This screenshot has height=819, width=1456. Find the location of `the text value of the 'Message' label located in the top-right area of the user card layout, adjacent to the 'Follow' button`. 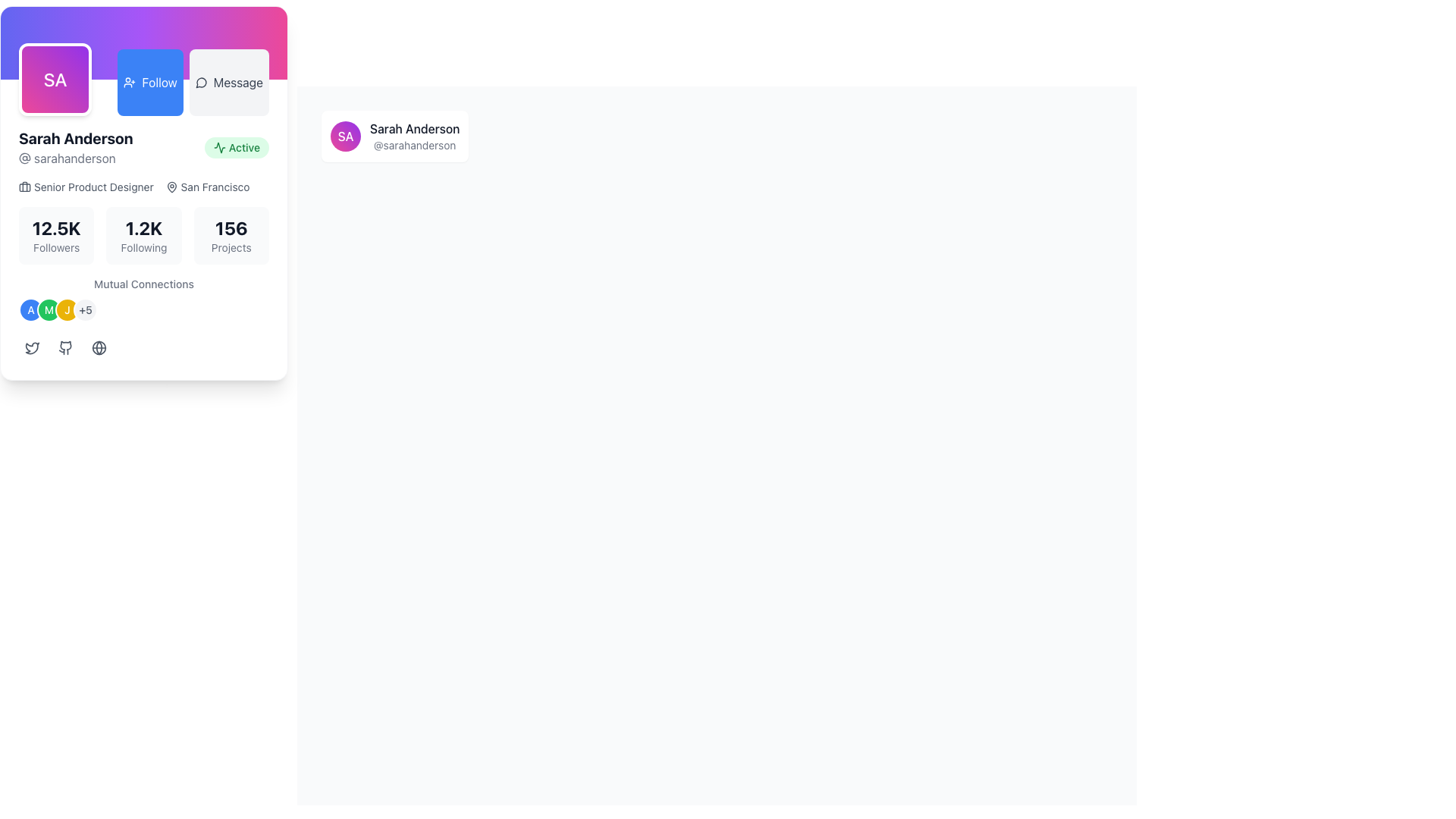

the text value of the 'Message' label located in the top-right area of the user card layout, adjacent to the 'Follow' button is located at coordinates (237, 82).